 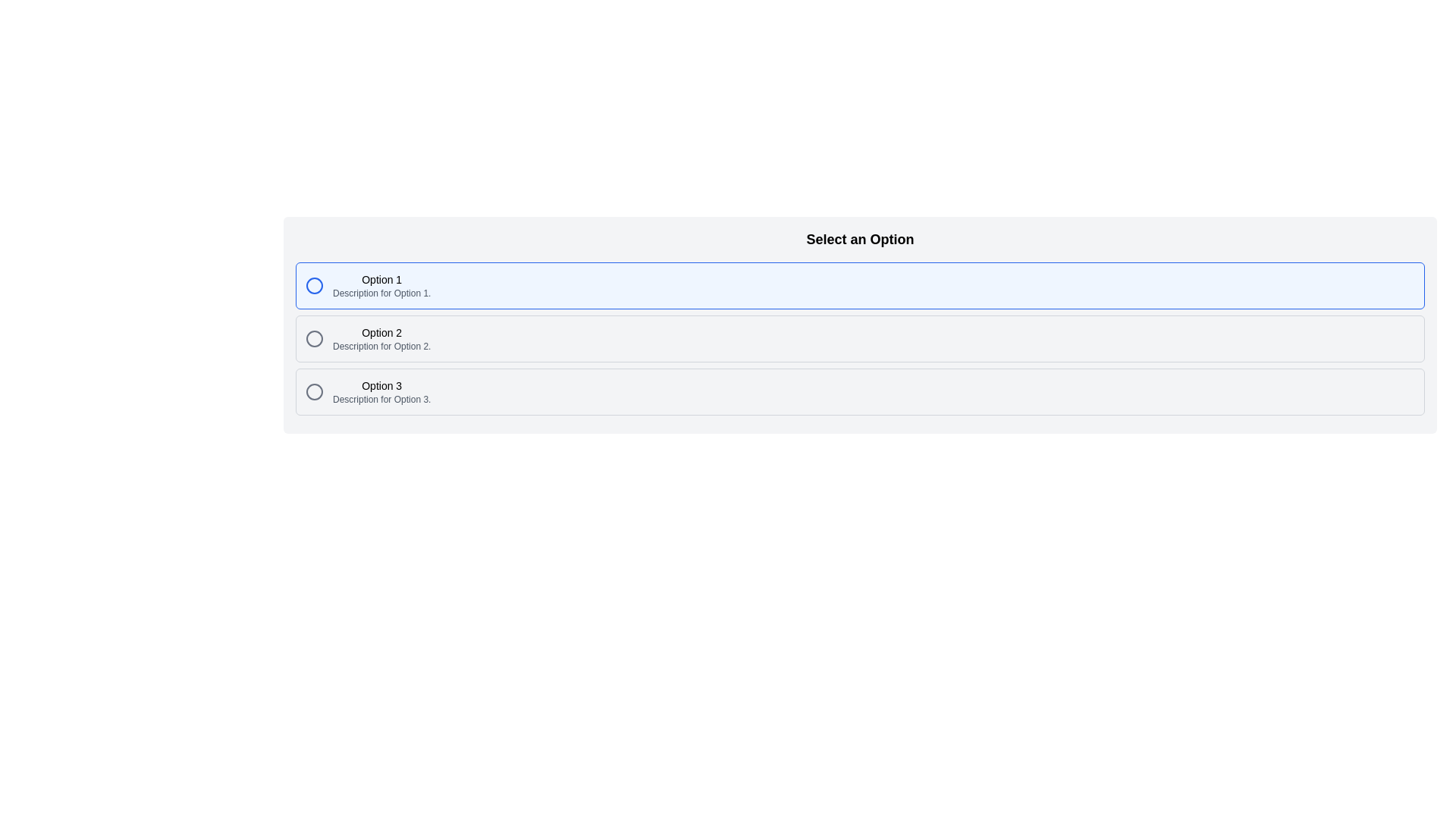 I want to click on the static text label providing details for 'Option 1', which is centrally aligned under the 'Option 1' text in the first option group, so click(x=381, y=293).